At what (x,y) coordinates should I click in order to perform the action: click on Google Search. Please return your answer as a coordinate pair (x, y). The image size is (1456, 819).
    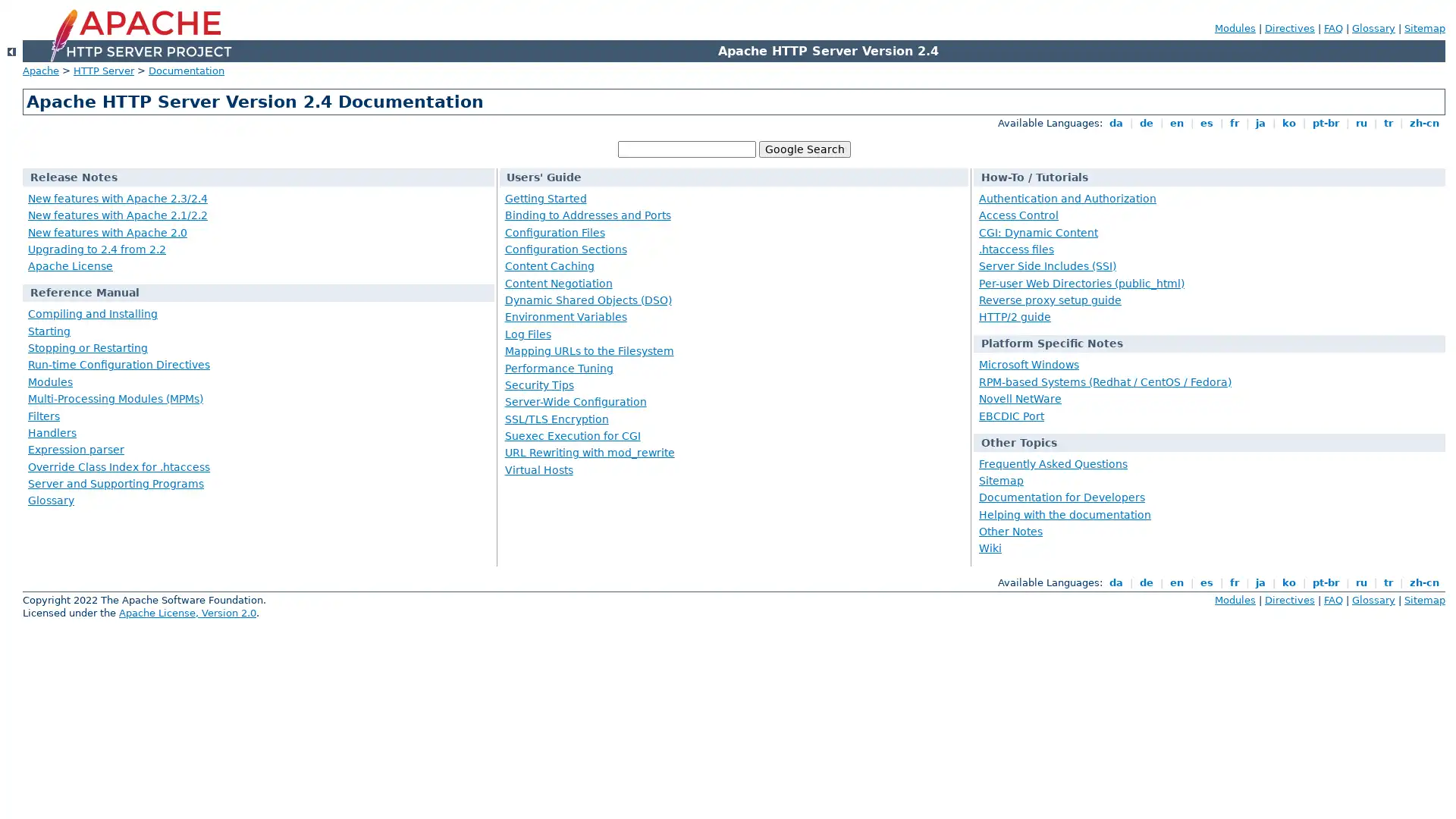
    Looking at the image, I should click on (803, 149).